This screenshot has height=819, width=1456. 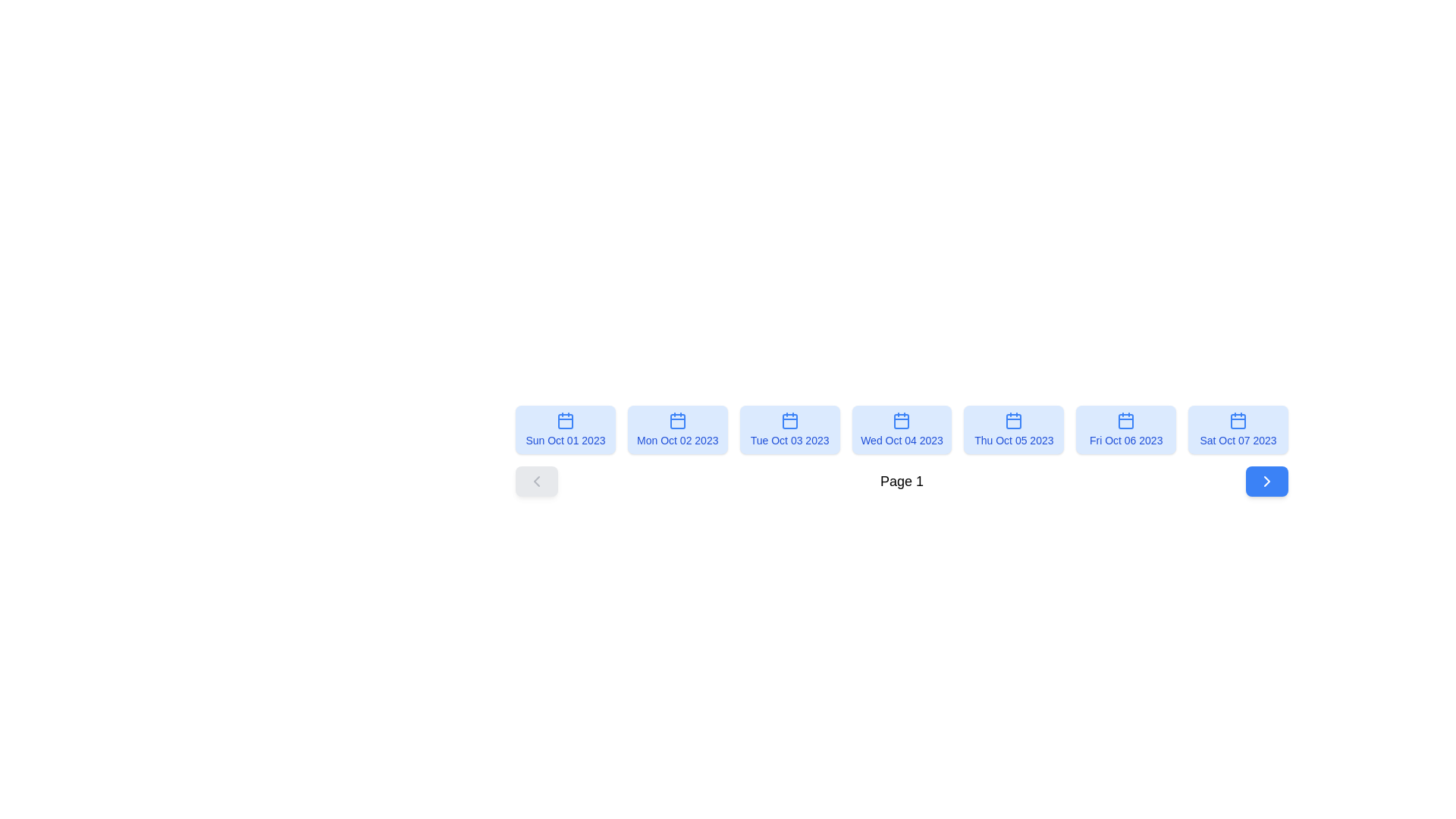 I want to click on the Interactive date selection block displaying 'Fri Oct 06 2023', so click(x=1126, y=430).